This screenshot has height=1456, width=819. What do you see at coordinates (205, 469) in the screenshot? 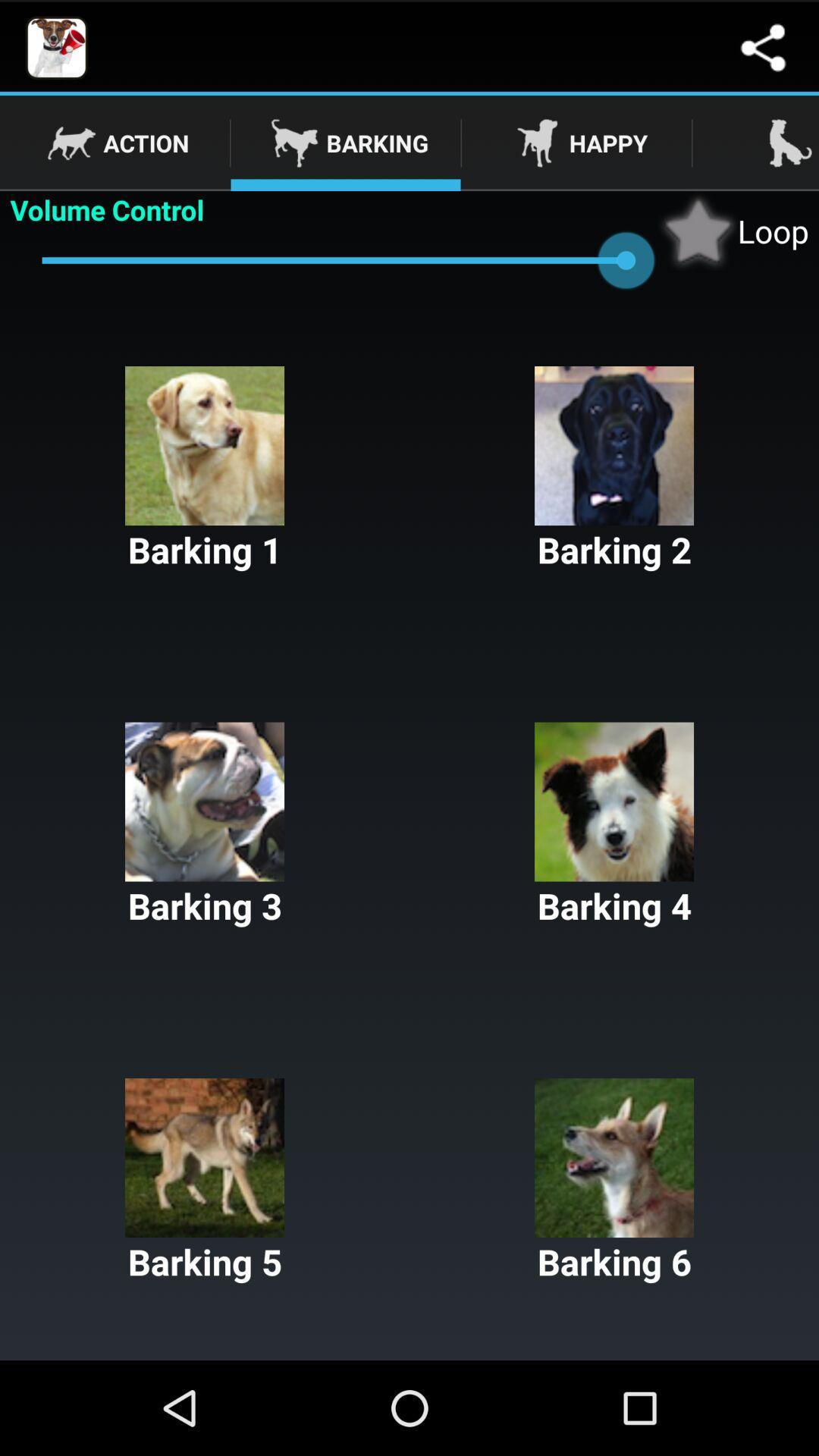
I see `the barking 1 button` at bounding box center [205, 469].